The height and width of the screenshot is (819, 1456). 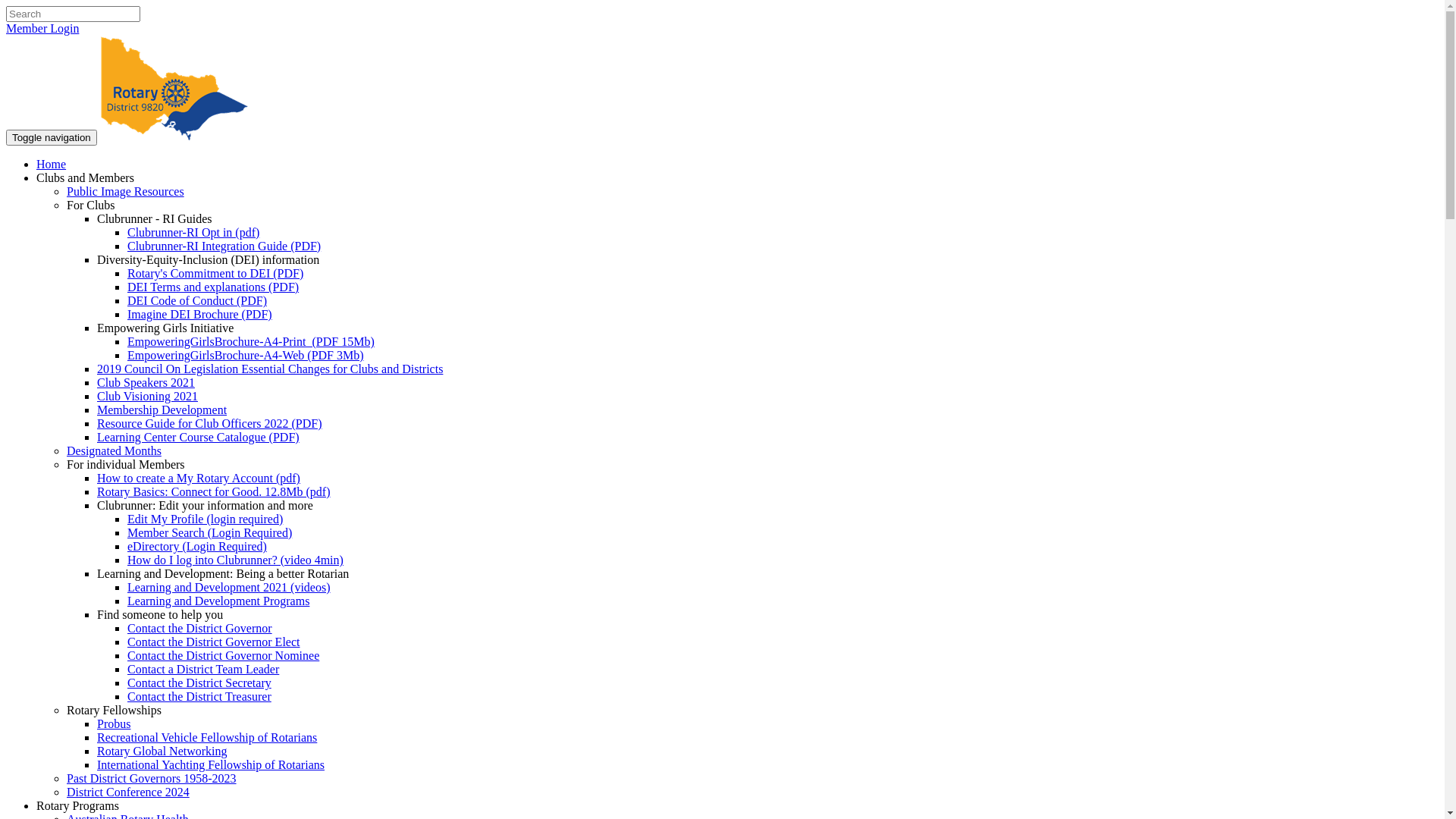 I want to click on 'Home', so click(x=51, y=164).